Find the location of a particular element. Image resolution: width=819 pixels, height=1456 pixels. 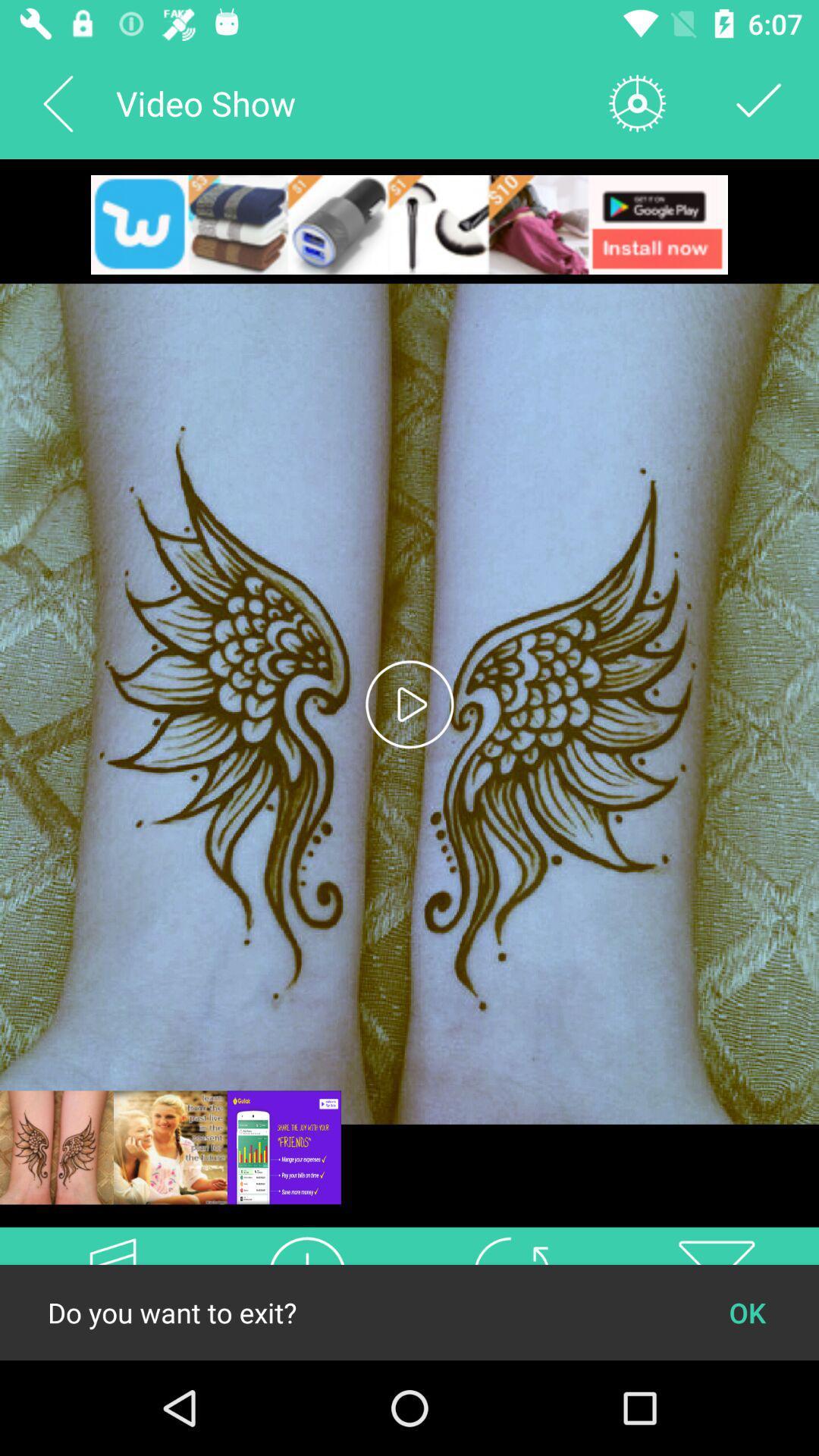

the check icon is located at coordinates (759, 102).